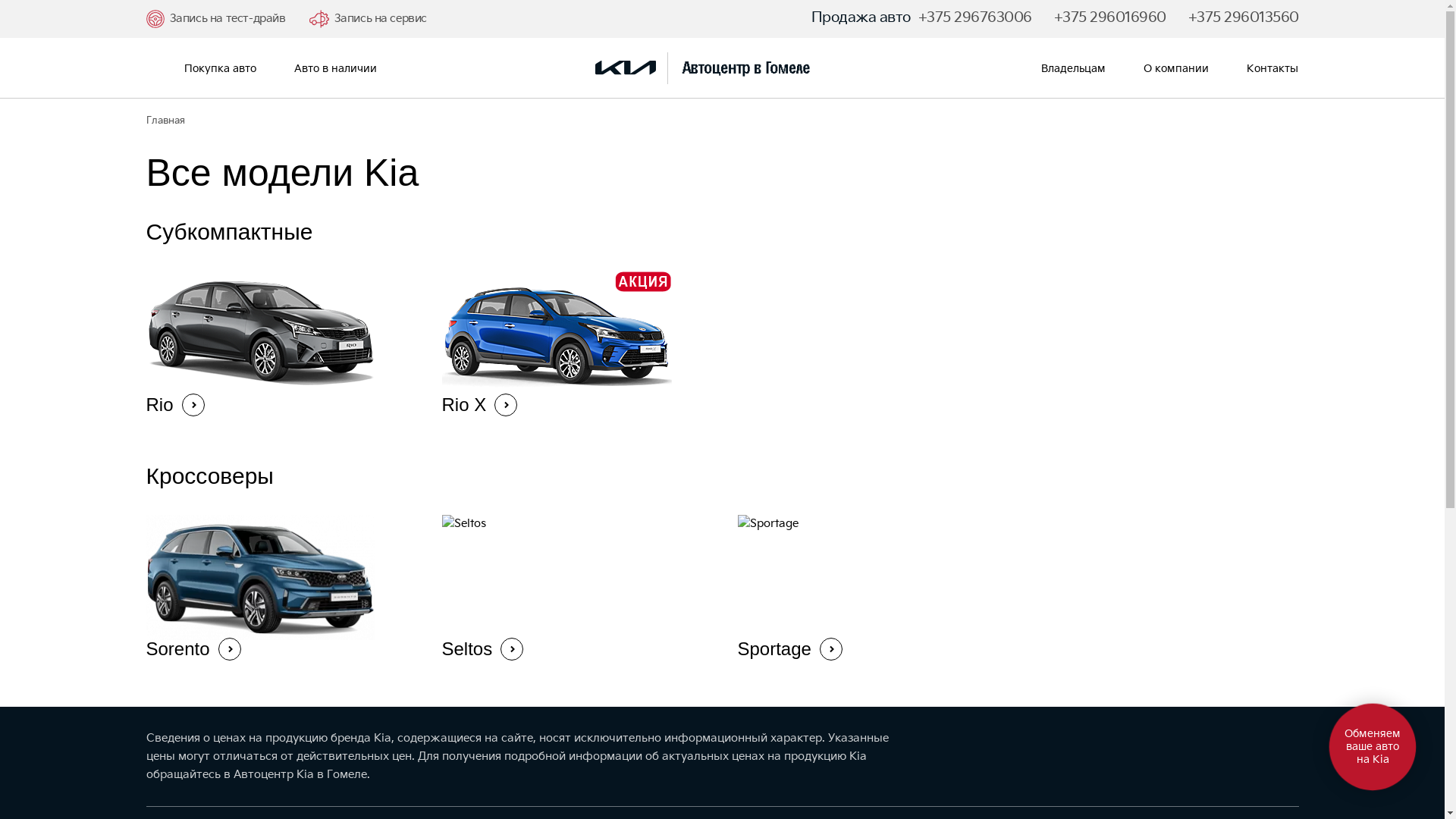 The height and width of the screenshot is (819, 1456). Describe the element at coordinates (974, 17) in the screenshot. I see `'+375 296763006'` at that location.